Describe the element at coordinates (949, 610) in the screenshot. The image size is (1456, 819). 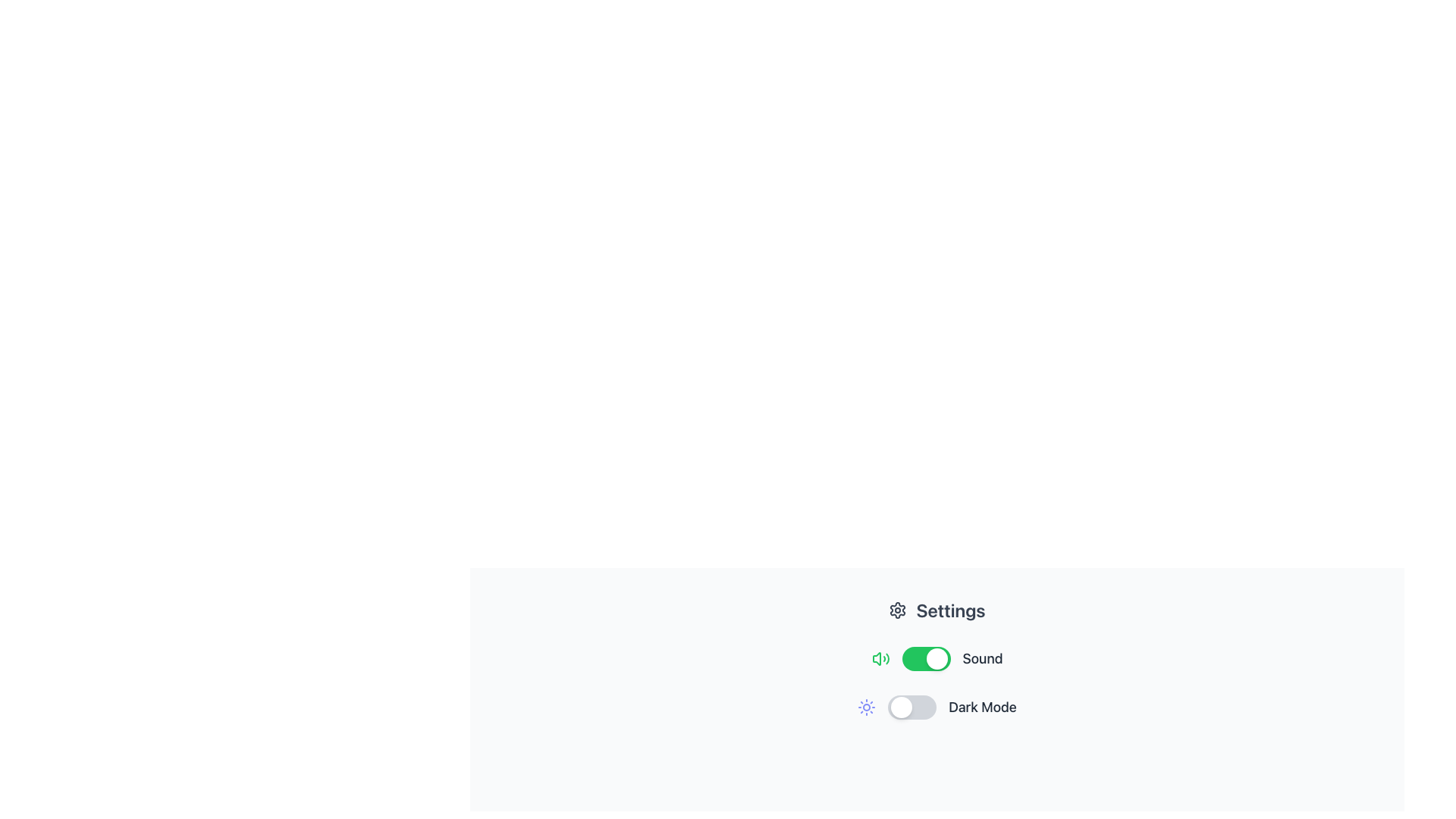
I see `the label element that serves as the title for the settings panel, located in the upper-right section of the panel interface, following the gear icon` at that location.